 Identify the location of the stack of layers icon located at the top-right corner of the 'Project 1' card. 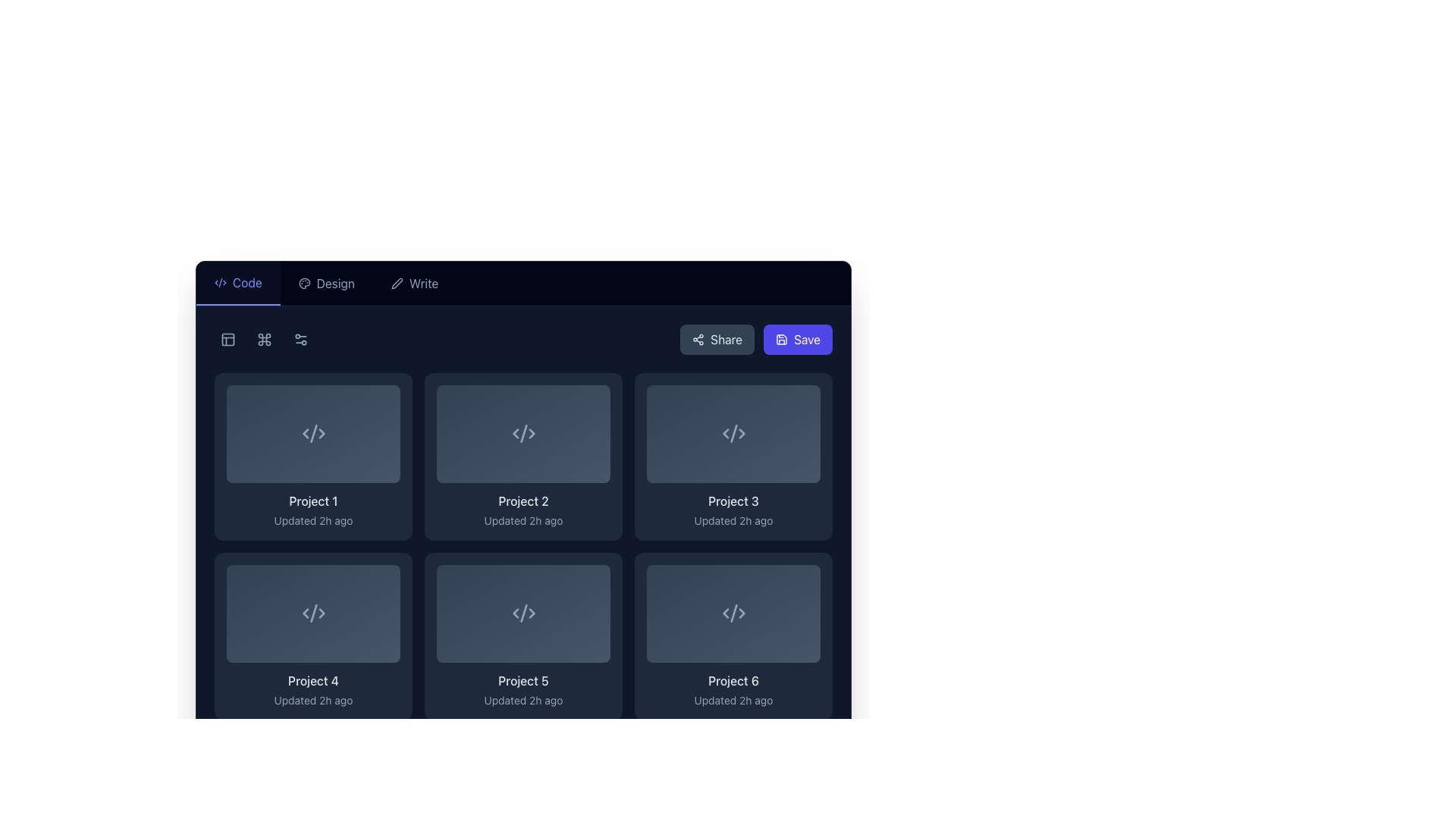
(397, 388).